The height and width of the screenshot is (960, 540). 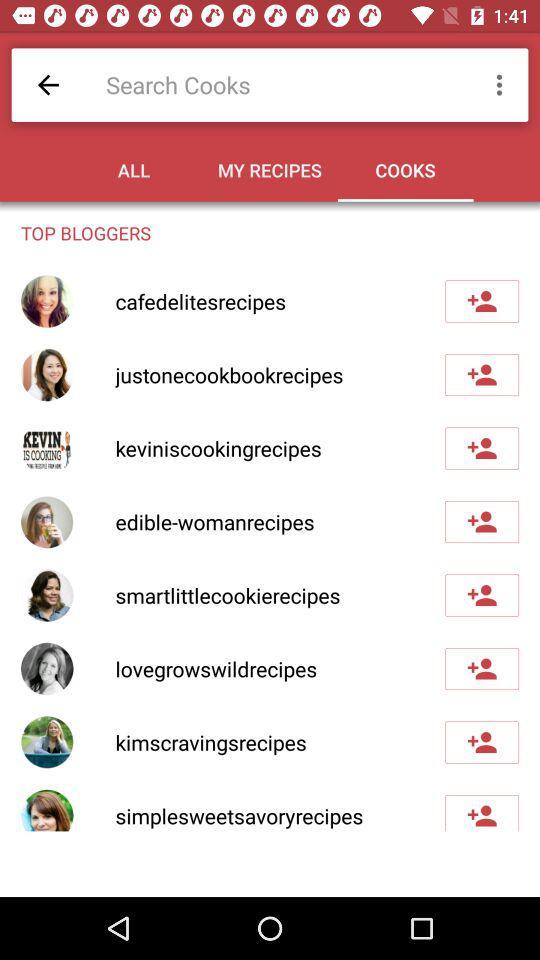 I want to click on friend, so click(x=481, y=741).